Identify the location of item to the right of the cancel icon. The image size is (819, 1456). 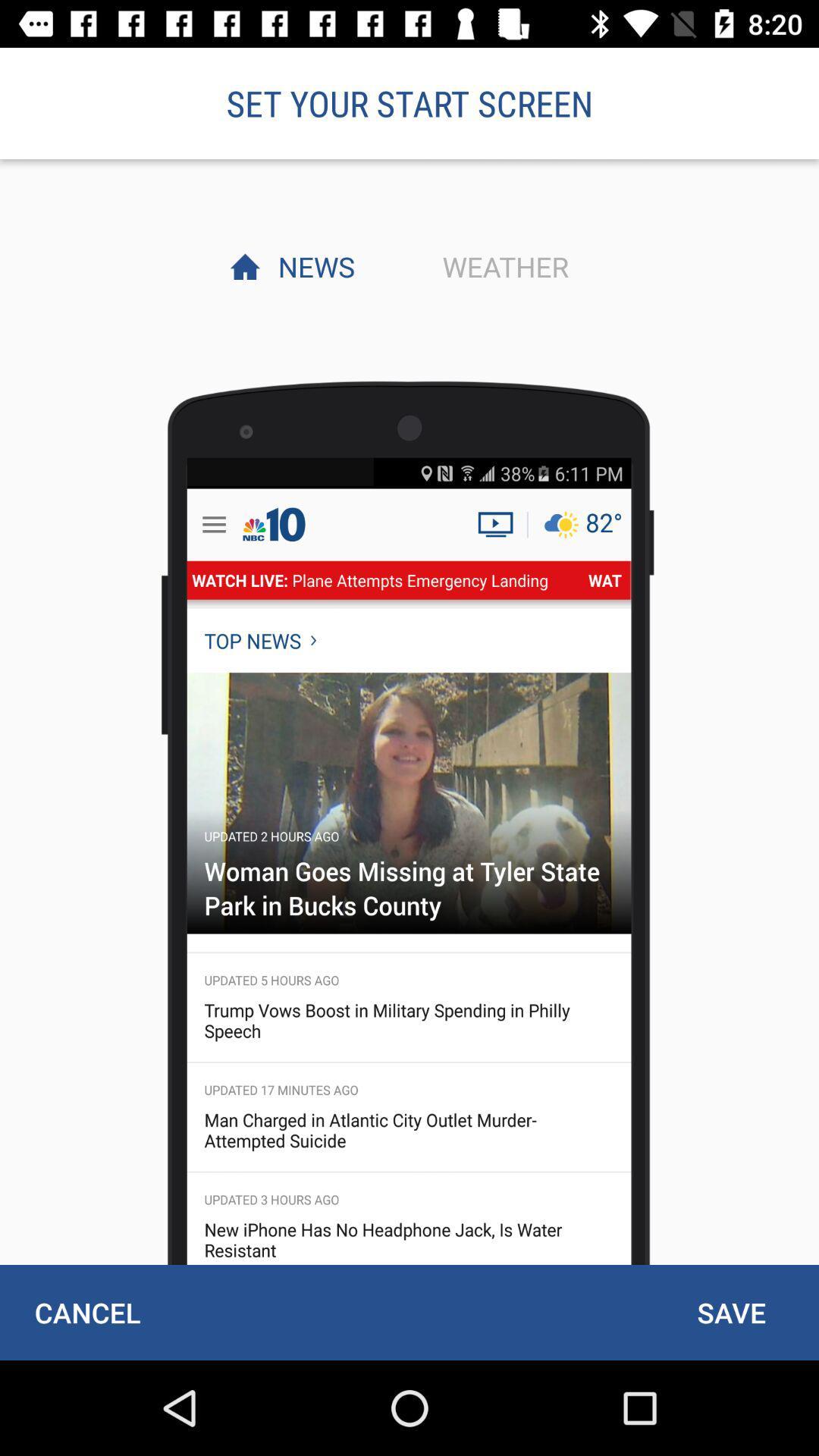
(730, 1312).